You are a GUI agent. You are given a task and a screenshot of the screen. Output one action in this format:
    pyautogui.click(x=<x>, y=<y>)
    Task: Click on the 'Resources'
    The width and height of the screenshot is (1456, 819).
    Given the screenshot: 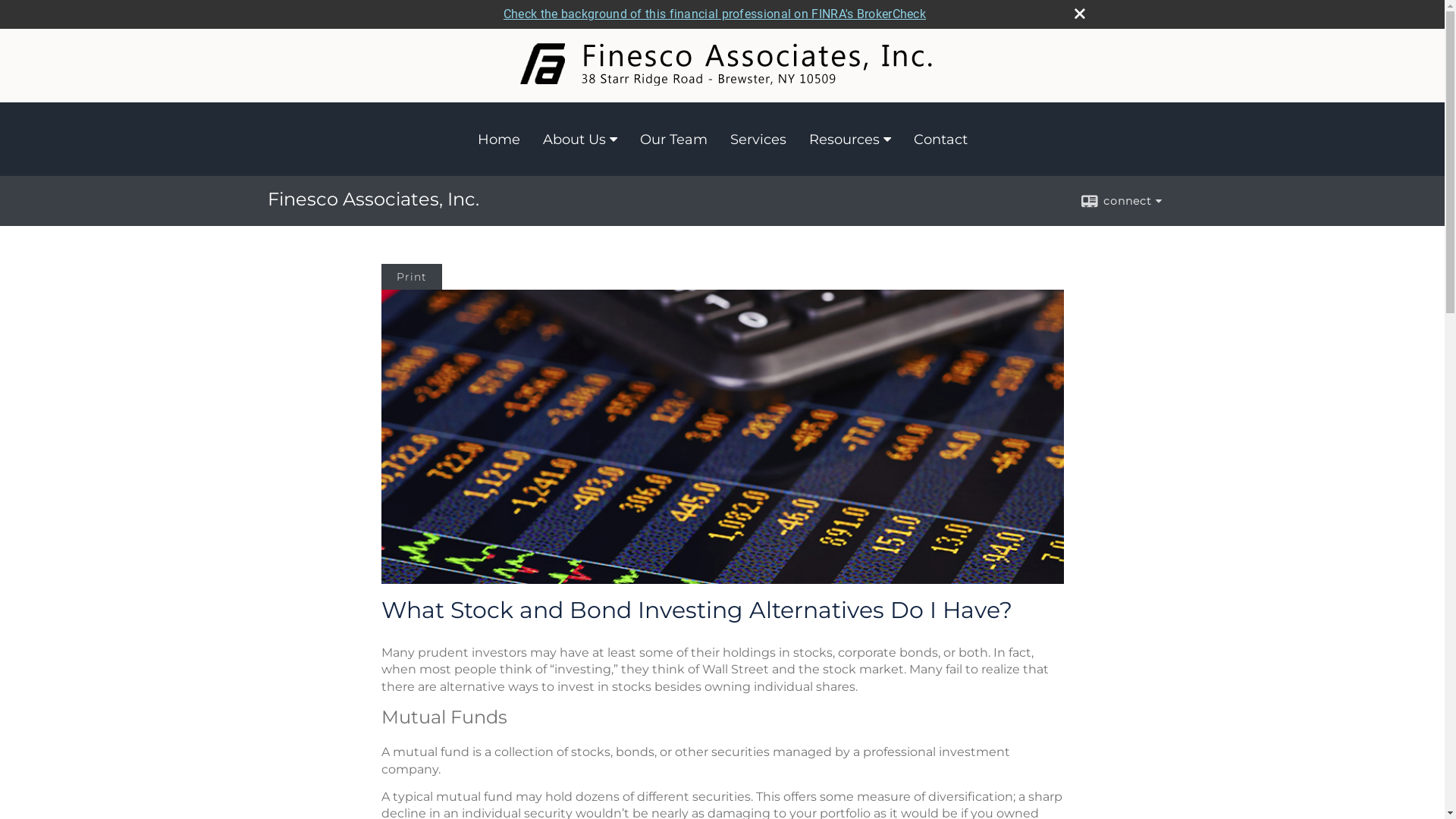 What is the action you would take?
    pyautogui.click(x=850, y=140)
    